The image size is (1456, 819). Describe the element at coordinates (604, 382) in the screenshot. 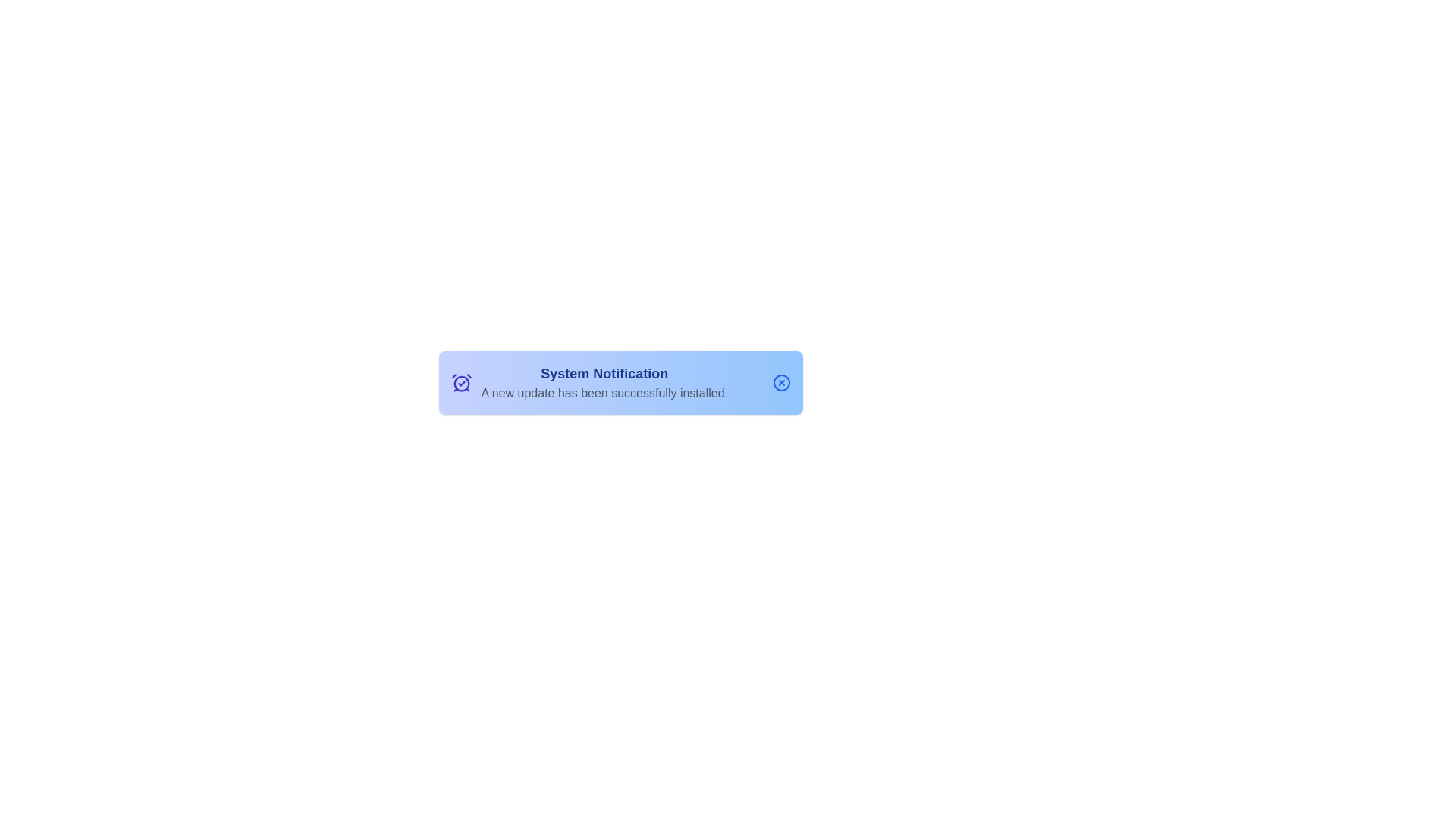

I see `message in the System Notification text block, which displays information about a new update being successfully installed` at that location.